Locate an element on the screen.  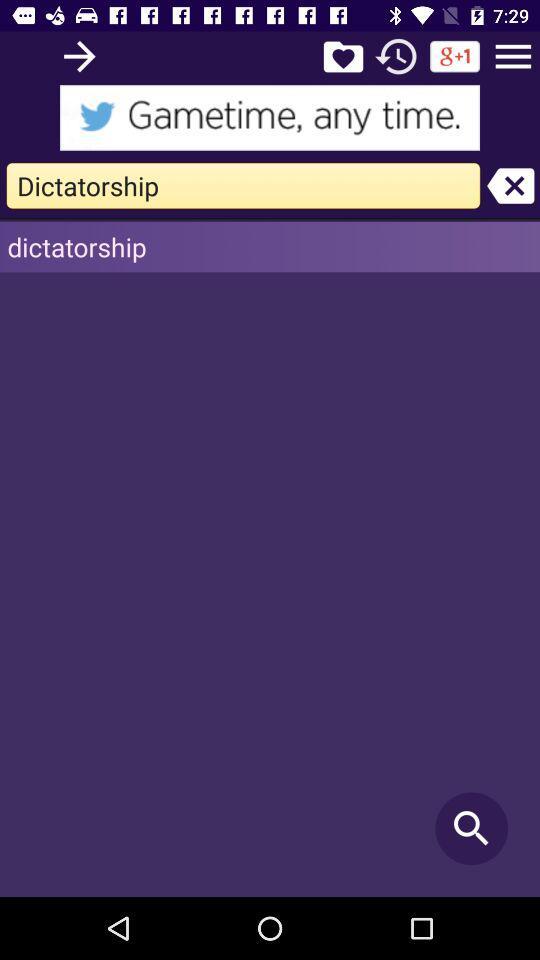
the history icon is located at coordinates (396, 55).